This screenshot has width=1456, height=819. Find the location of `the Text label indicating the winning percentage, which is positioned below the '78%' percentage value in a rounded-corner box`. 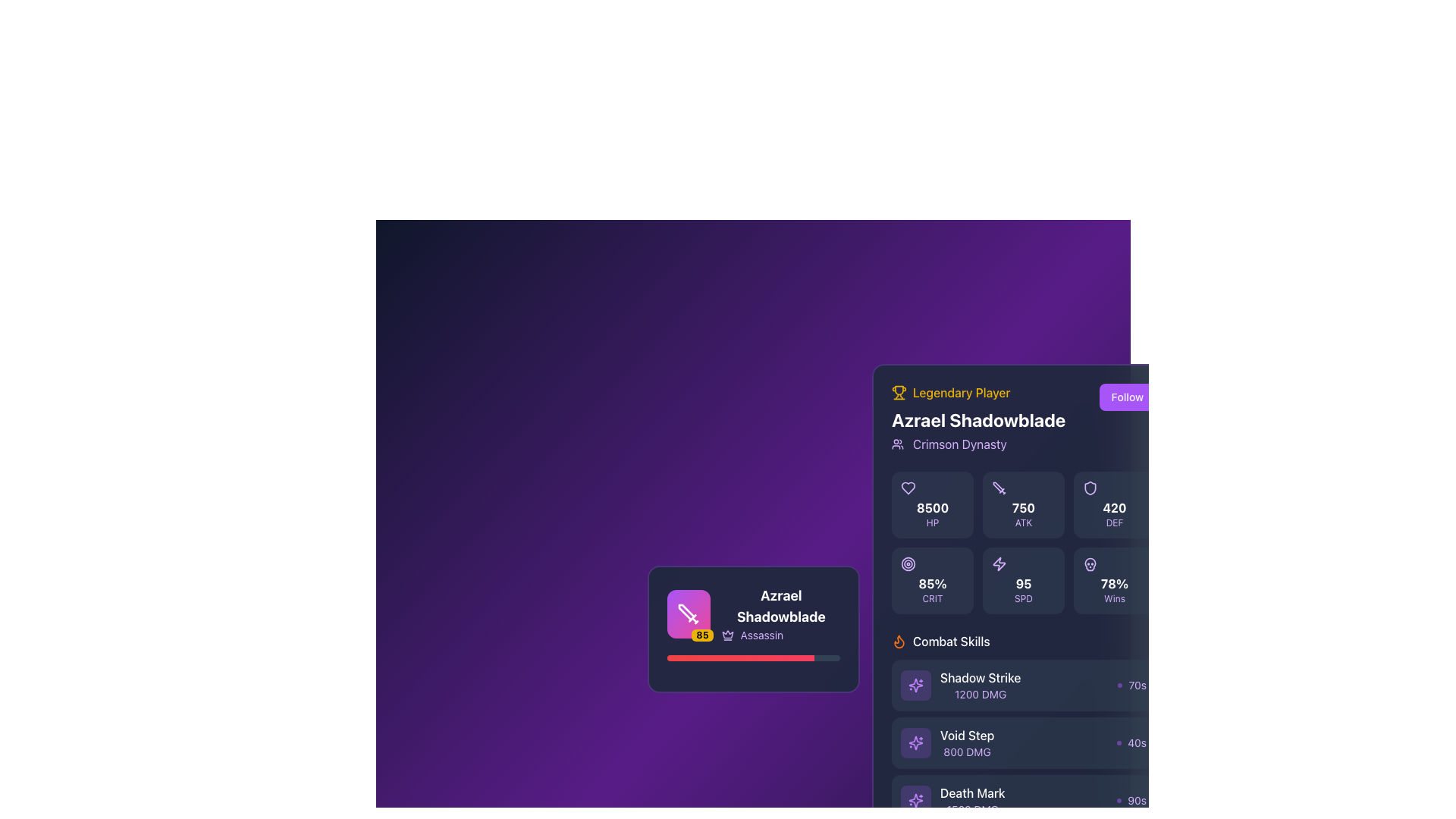

the Text label indicating the winning percentage, which is positioned below the '78%' percentage value in a rounded-corner box is located at coordinates (1114, 598).